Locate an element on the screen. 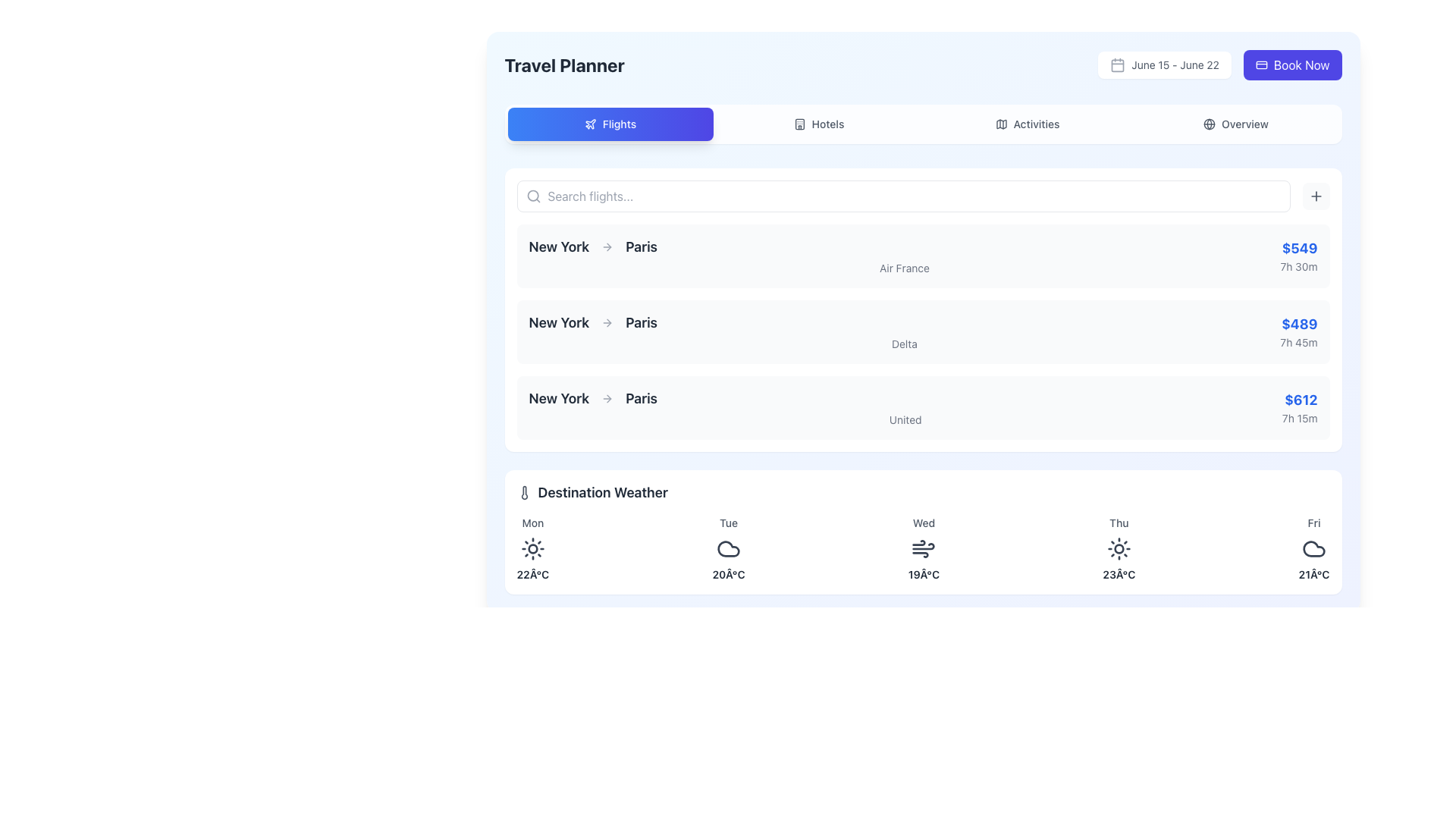 The image size is (1456, 819). the 'Flights' button, which is a rounded rectangular button with a gradient background from blue to indigo, featuring the word 'Flights' and a plane icon, located at the top-left of the menu bar is located at coordinates (610, 124).